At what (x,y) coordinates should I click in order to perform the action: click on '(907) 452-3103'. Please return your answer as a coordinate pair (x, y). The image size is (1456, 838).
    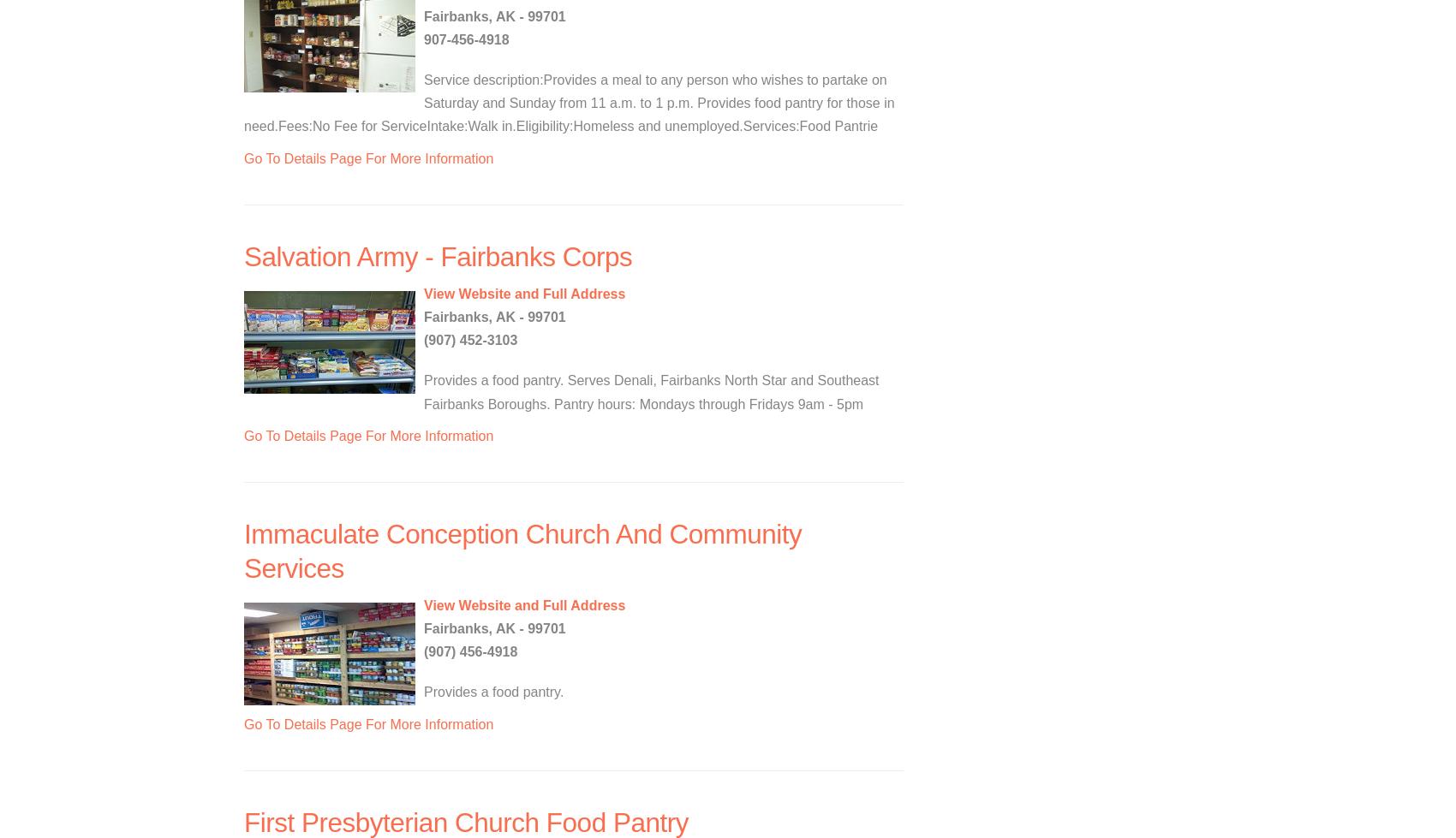
    Looking at the image, I should click on (469, 340).